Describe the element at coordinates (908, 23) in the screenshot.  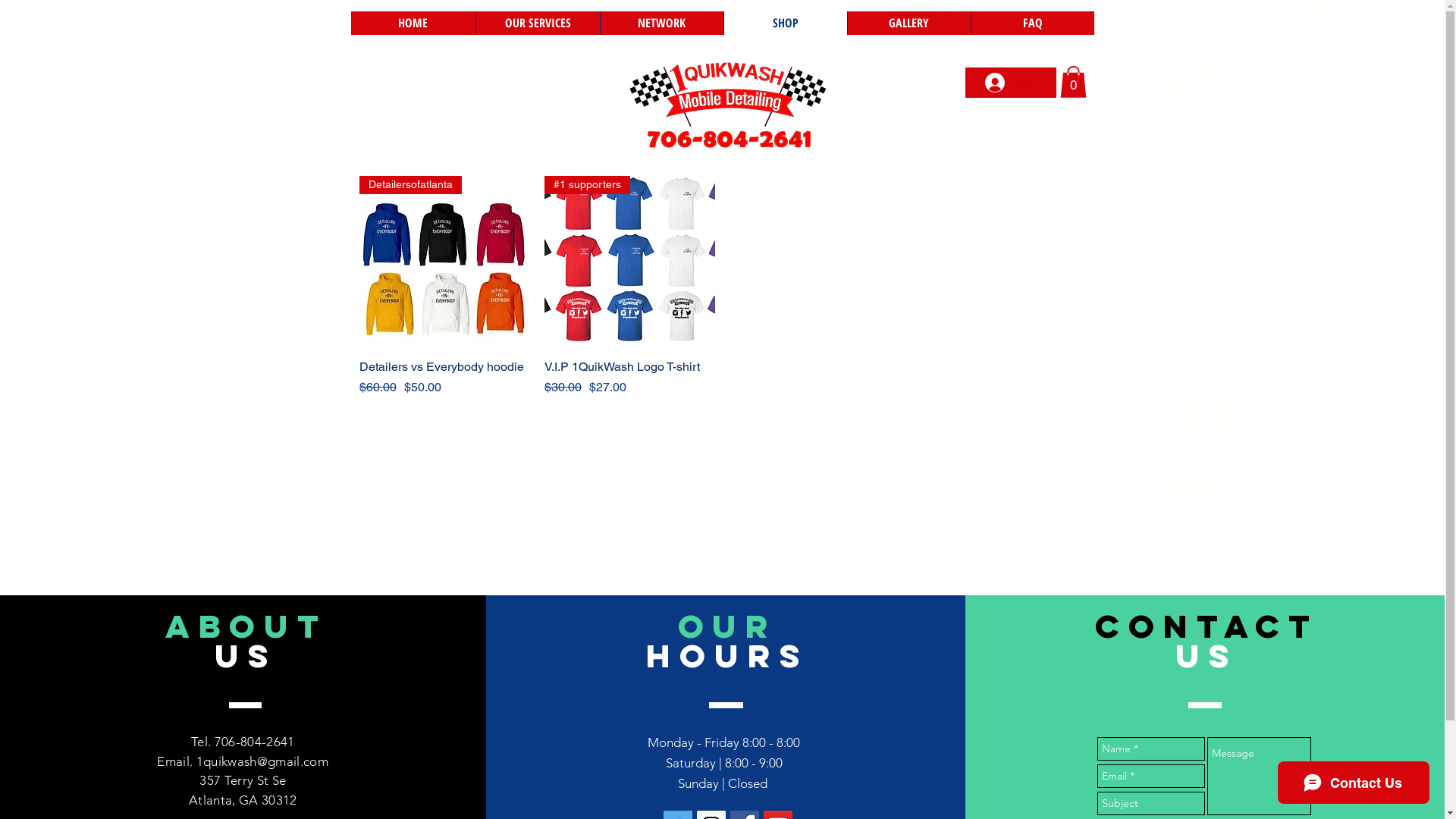
I see `'GALLERY'` at that location.